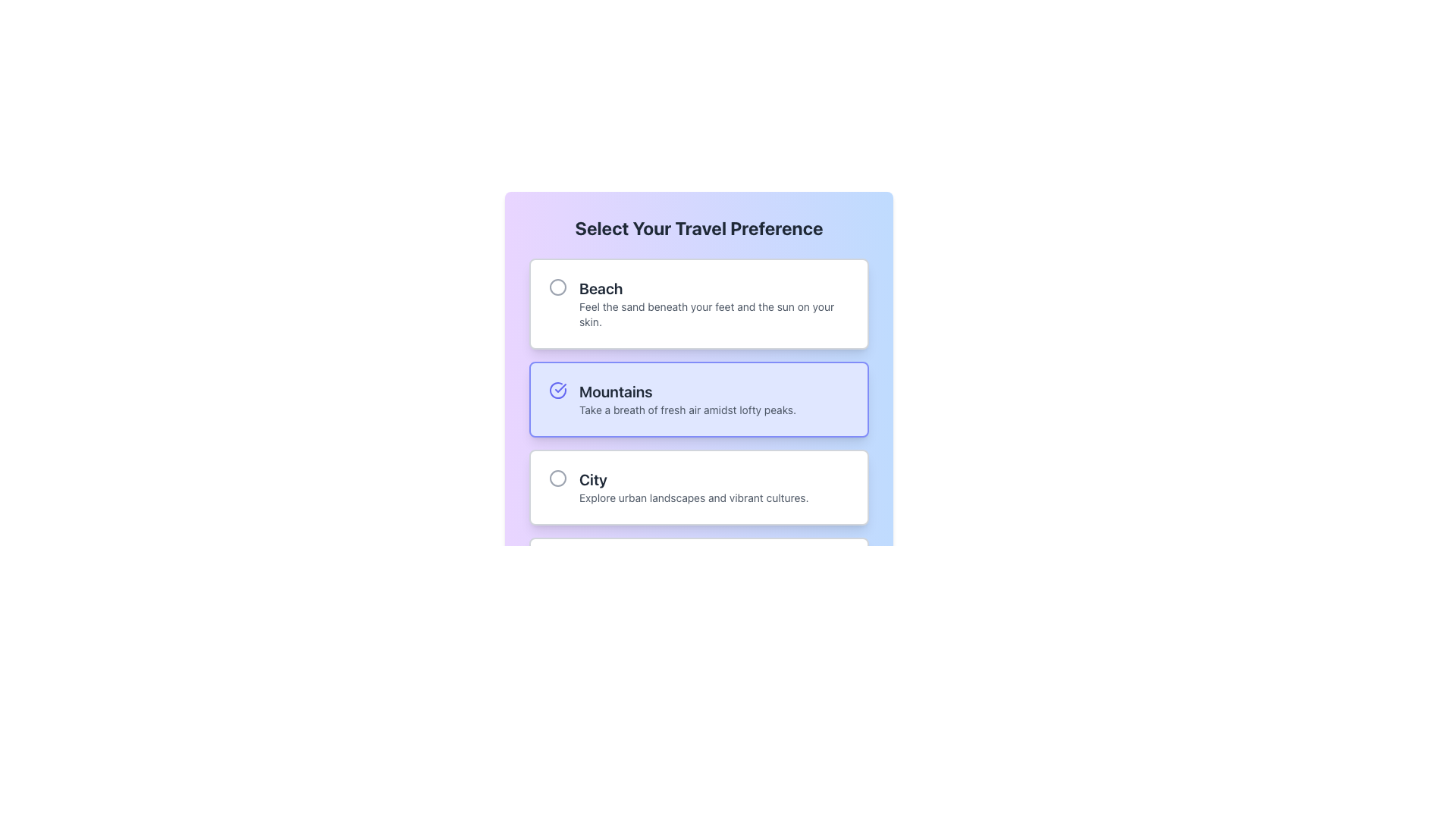 Image resolution: width=1456 pixels, height=819 pixels. I want to click on the second radio button for travel preferences (which is highlighted with a distinct background) using the keyboard tab and select it using the space or enter key, so click(698, 435).